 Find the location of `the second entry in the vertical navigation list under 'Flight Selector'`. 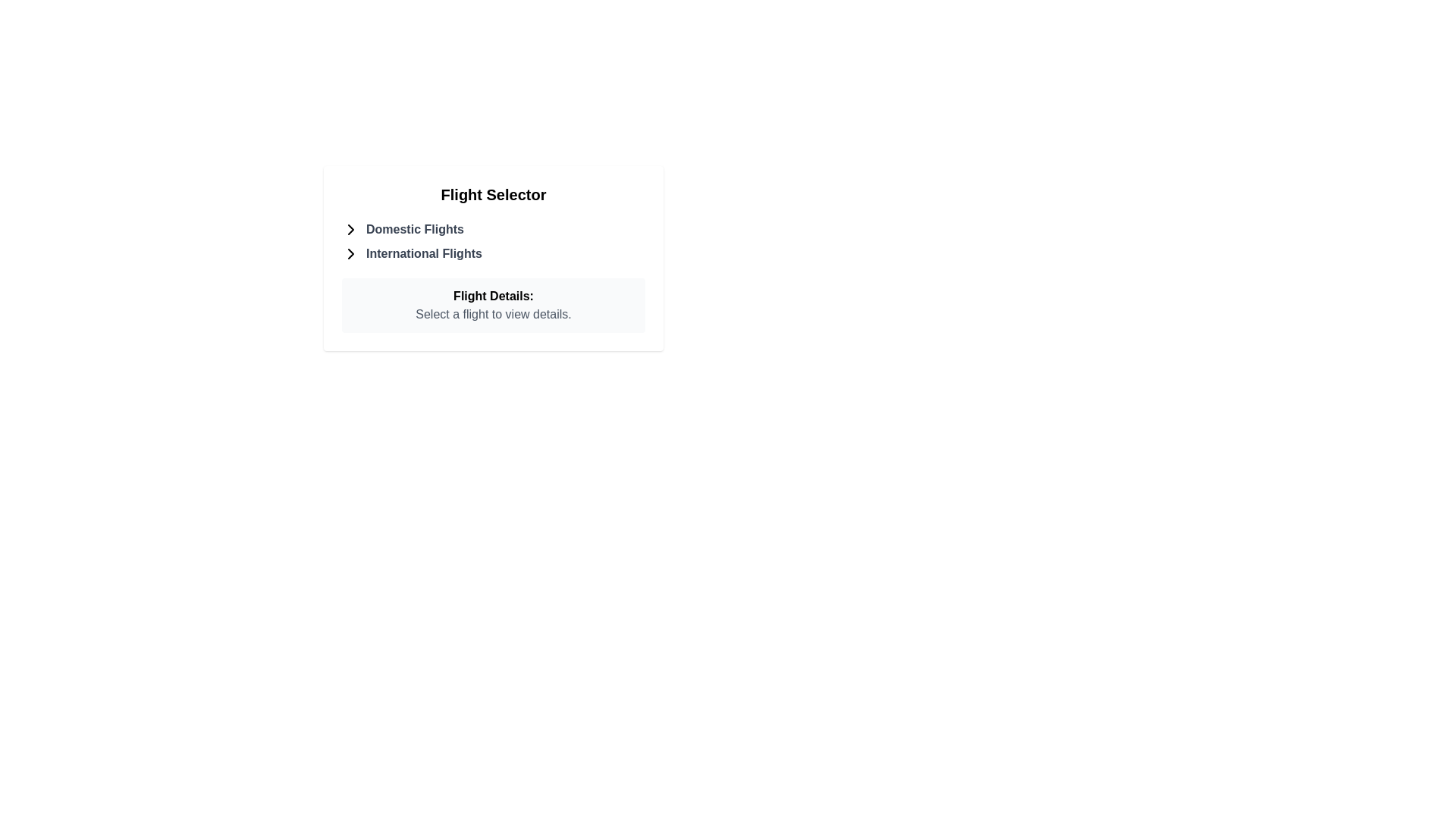

the second entry in the vertical navigation list under 'Flight Selector' is located at coordinates (494, 253).